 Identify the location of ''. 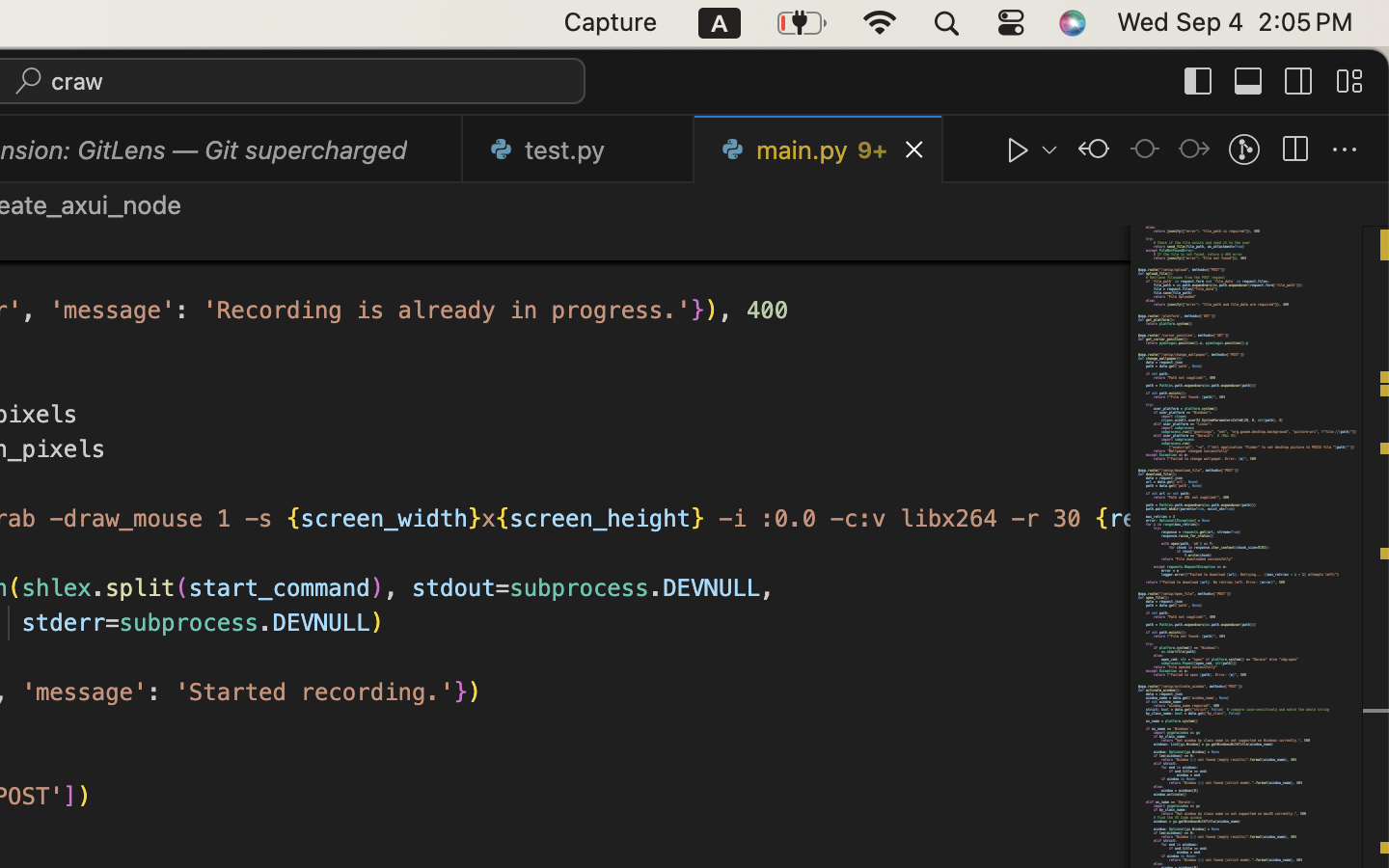
(1293, 149).